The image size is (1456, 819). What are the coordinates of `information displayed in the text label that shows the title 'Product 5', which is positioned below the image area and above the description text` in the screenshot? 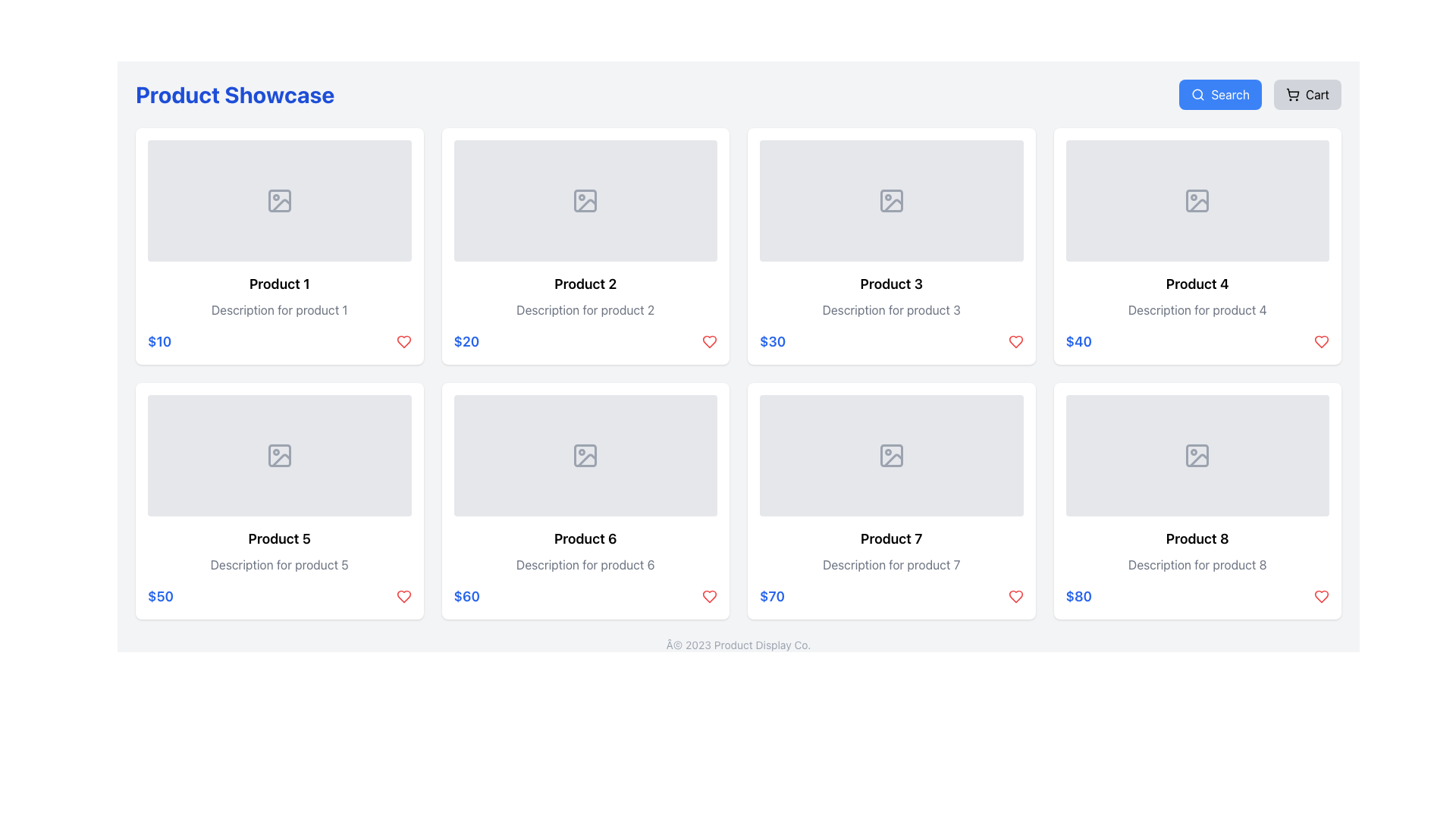 It's located at (279, 538).